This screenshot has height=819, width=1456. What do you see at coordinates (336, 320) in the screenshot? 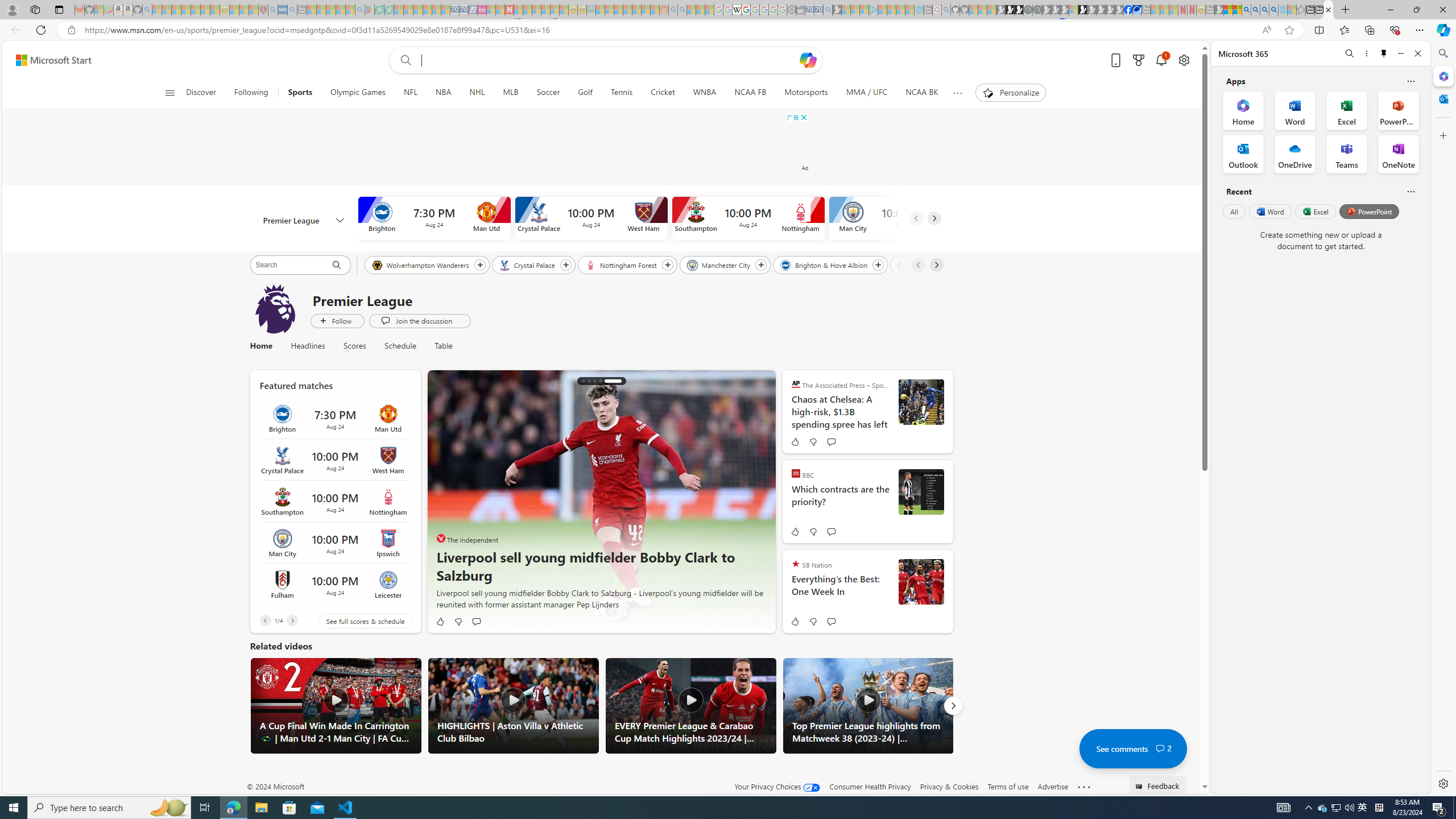
I see `'Follow Premier League 2024-2025'` at bounding box center [336, 320].